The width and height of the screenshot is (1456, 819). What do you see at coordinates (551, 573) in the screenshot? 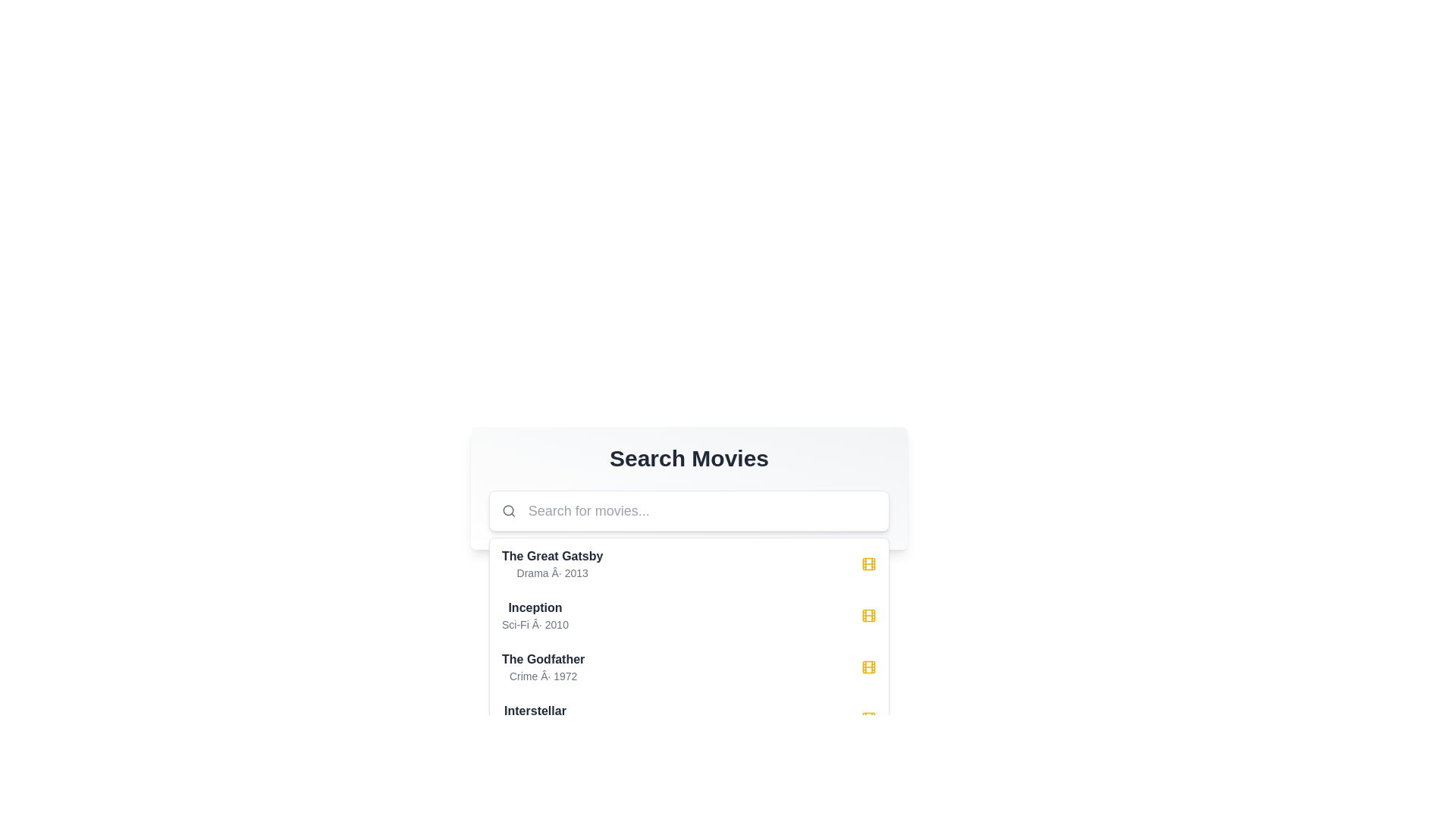
I see `the text display showing 'Drama Â· 2013', located below 'The Great Gatsby' title in the movie search interface` at bounding box center [551, 573].